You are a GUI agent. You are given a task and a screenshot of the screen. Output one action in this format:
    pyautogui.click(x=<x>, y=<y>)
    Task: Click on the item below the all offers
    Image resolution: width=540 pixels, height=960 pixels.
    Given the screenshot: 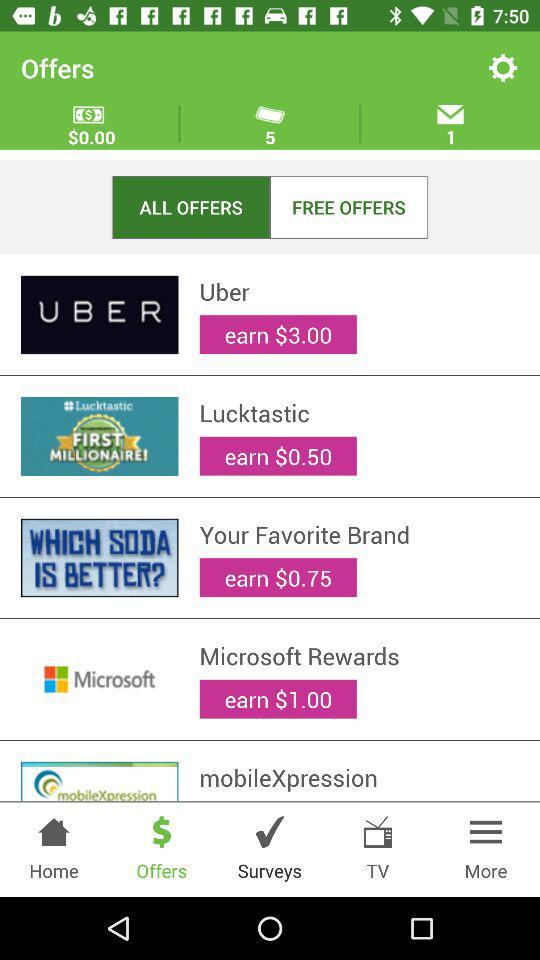 What is the action you would take?
    pyautogui.click(x=358, y=290)
    